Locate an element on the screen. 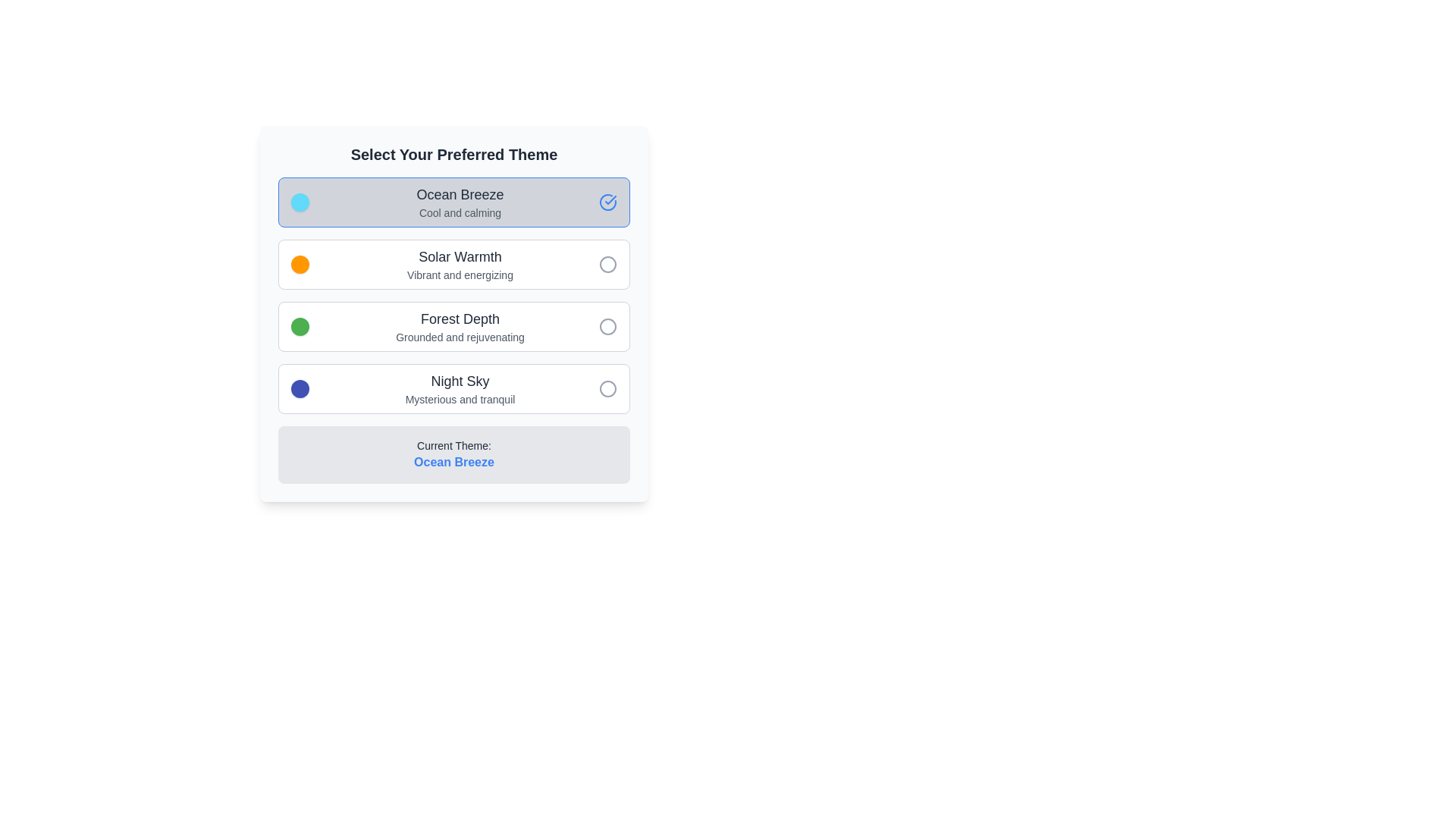  the informational text at the top center of the theme selection interface, which serves as a header for the theme options is located at coordinates (453, 155).